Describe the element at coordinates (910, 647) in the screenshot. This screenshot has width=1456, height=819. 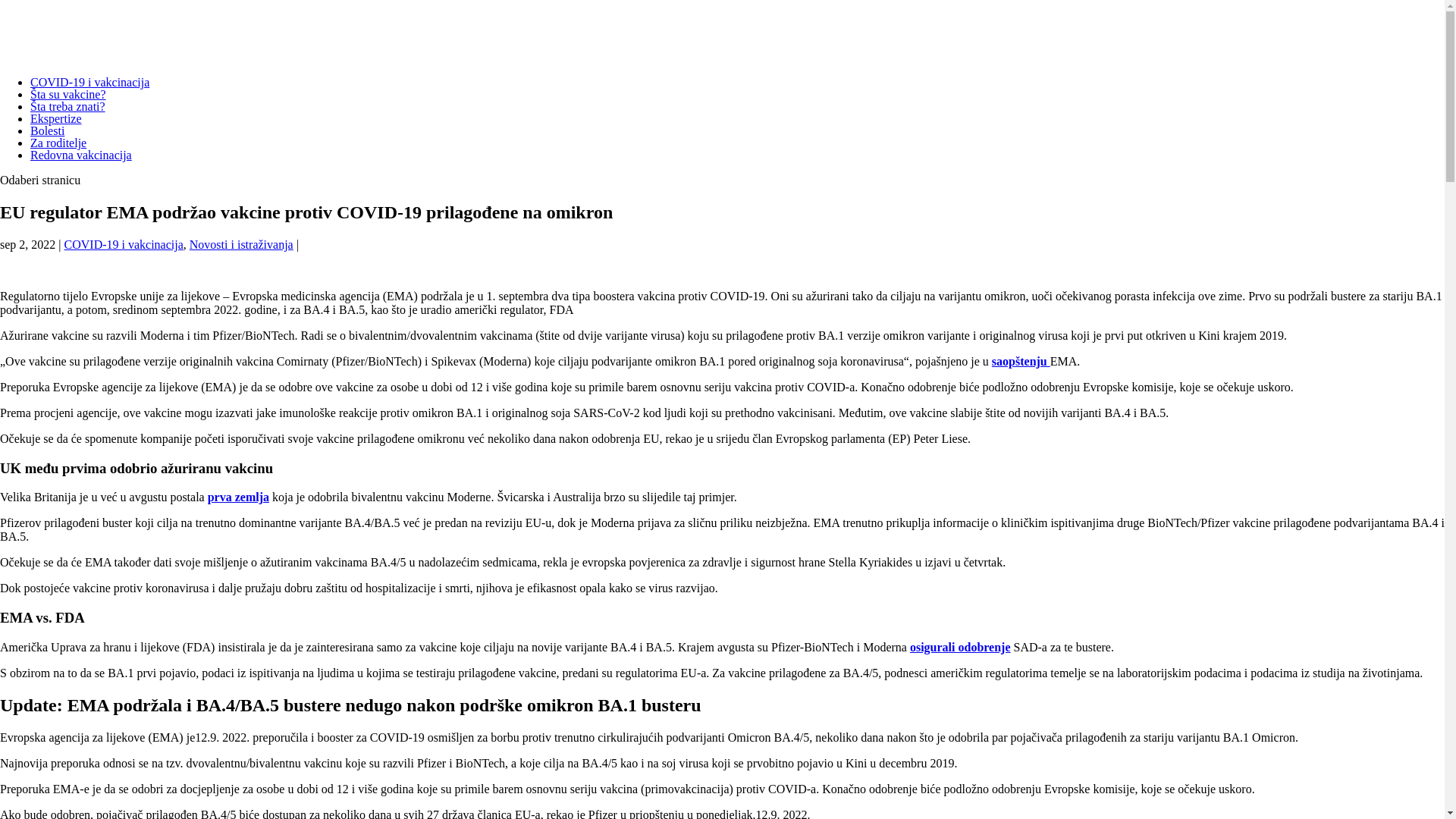
I see `'osigurali odobrenje'` at that location.